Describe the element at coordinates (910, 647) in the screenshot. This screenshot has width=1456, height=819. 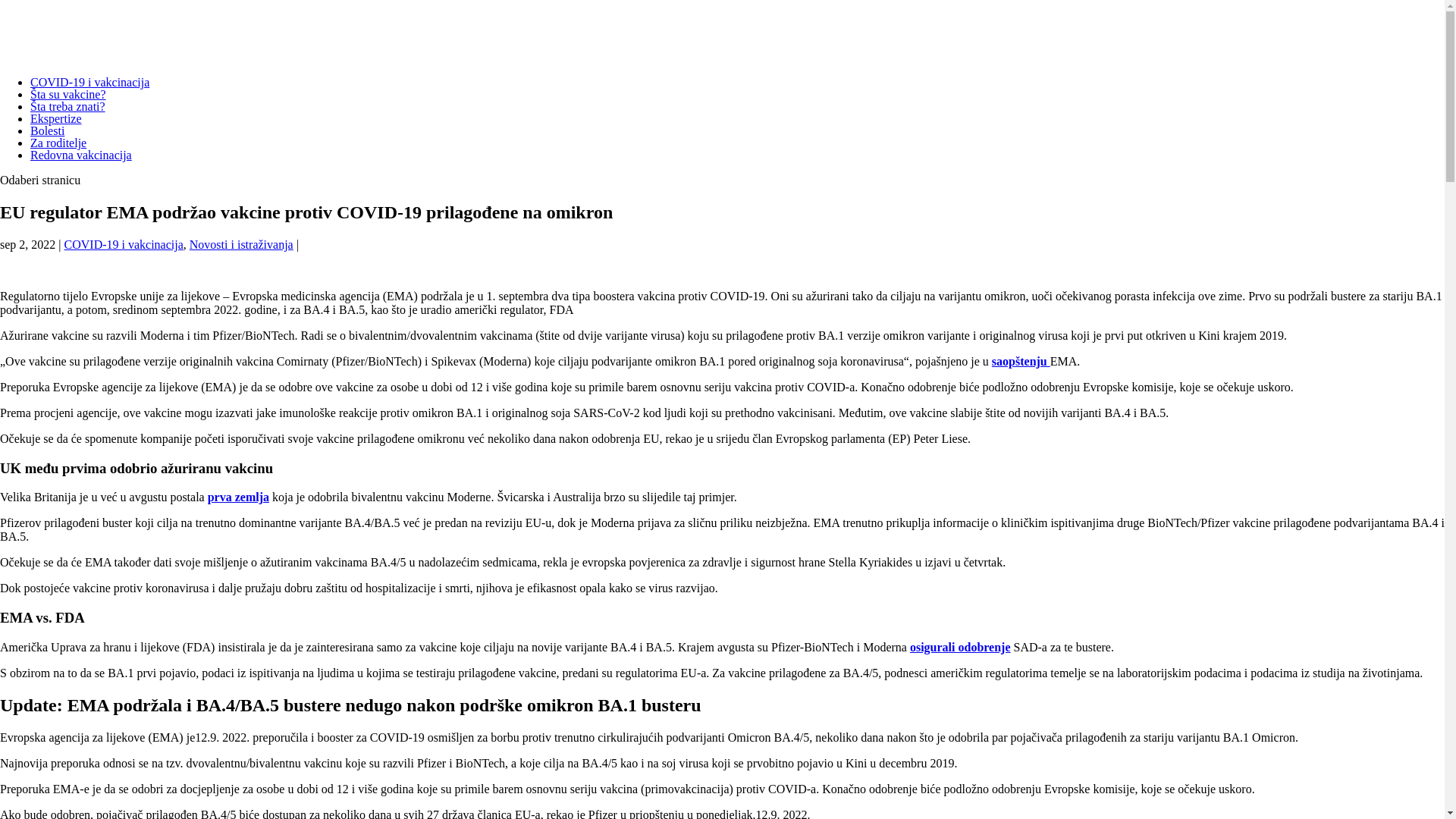
I see `'osigurali odobrenje'` at that location.